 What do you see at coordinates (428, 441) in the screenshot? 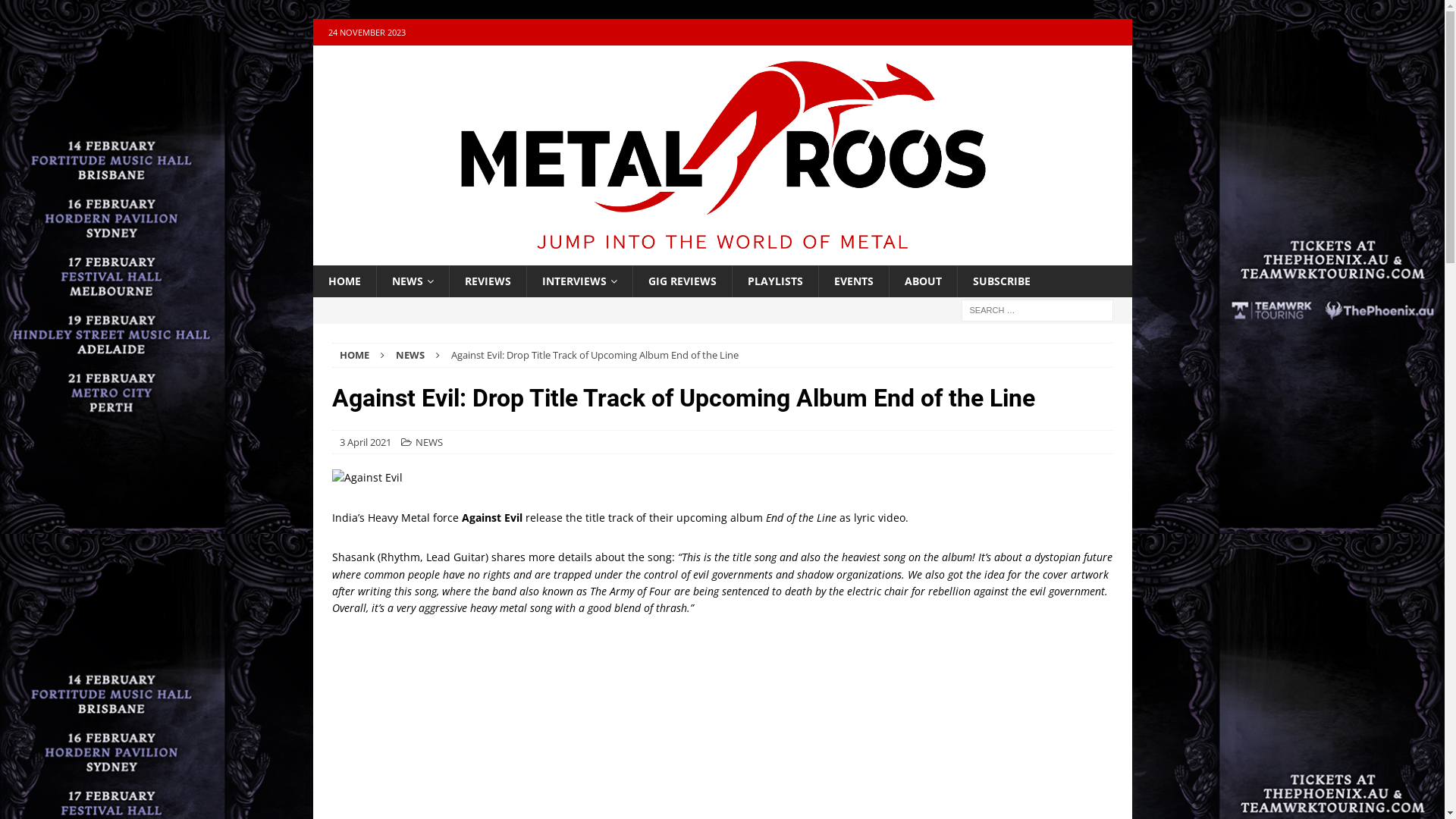
I see `'NEWS'` at bounding box center [428, 441].